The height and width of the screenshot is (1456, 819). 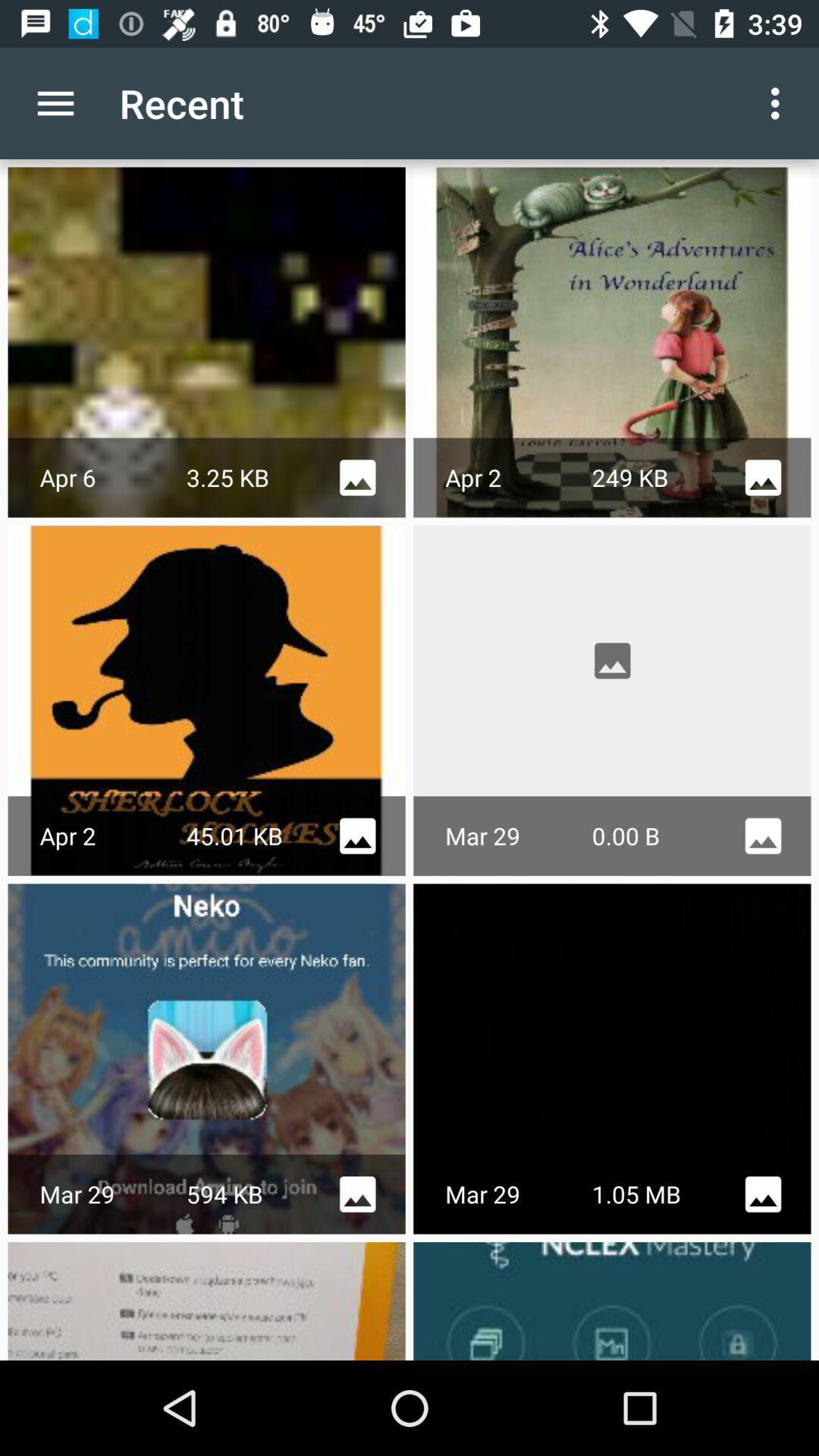 What do you see at coordinates (55, 102) in the screenshot?
I see `the app next to recent` at bounding box center [55, 102].